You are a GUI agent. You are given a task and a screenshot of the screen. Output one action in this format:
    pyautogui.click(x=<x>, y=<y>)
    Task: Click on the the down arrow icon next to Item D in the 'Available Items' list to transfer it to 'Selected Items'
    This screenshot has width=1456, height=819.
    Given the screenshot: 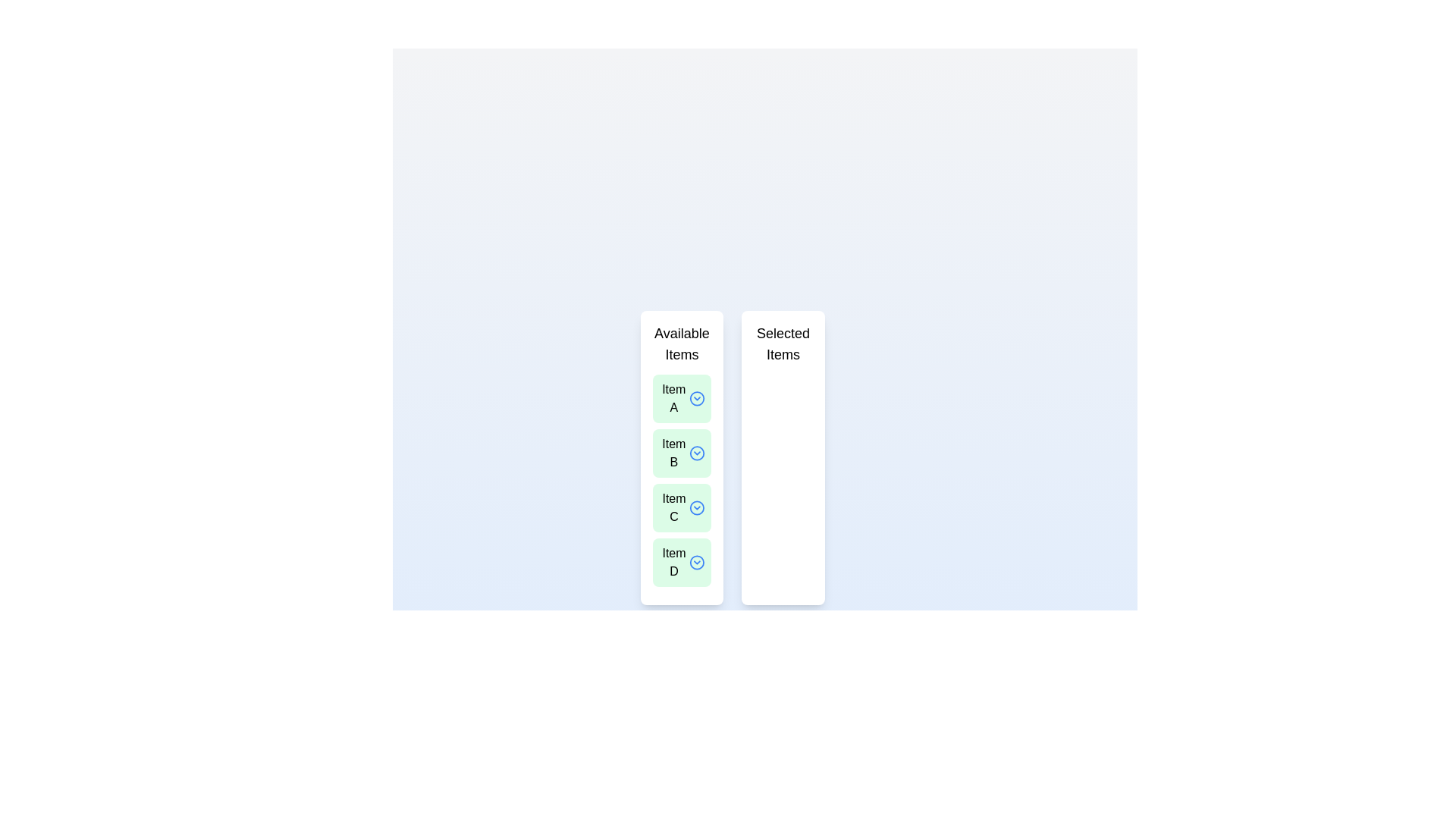 What is the action you would take?
    pyautogui.click(x=696, y=562)
    